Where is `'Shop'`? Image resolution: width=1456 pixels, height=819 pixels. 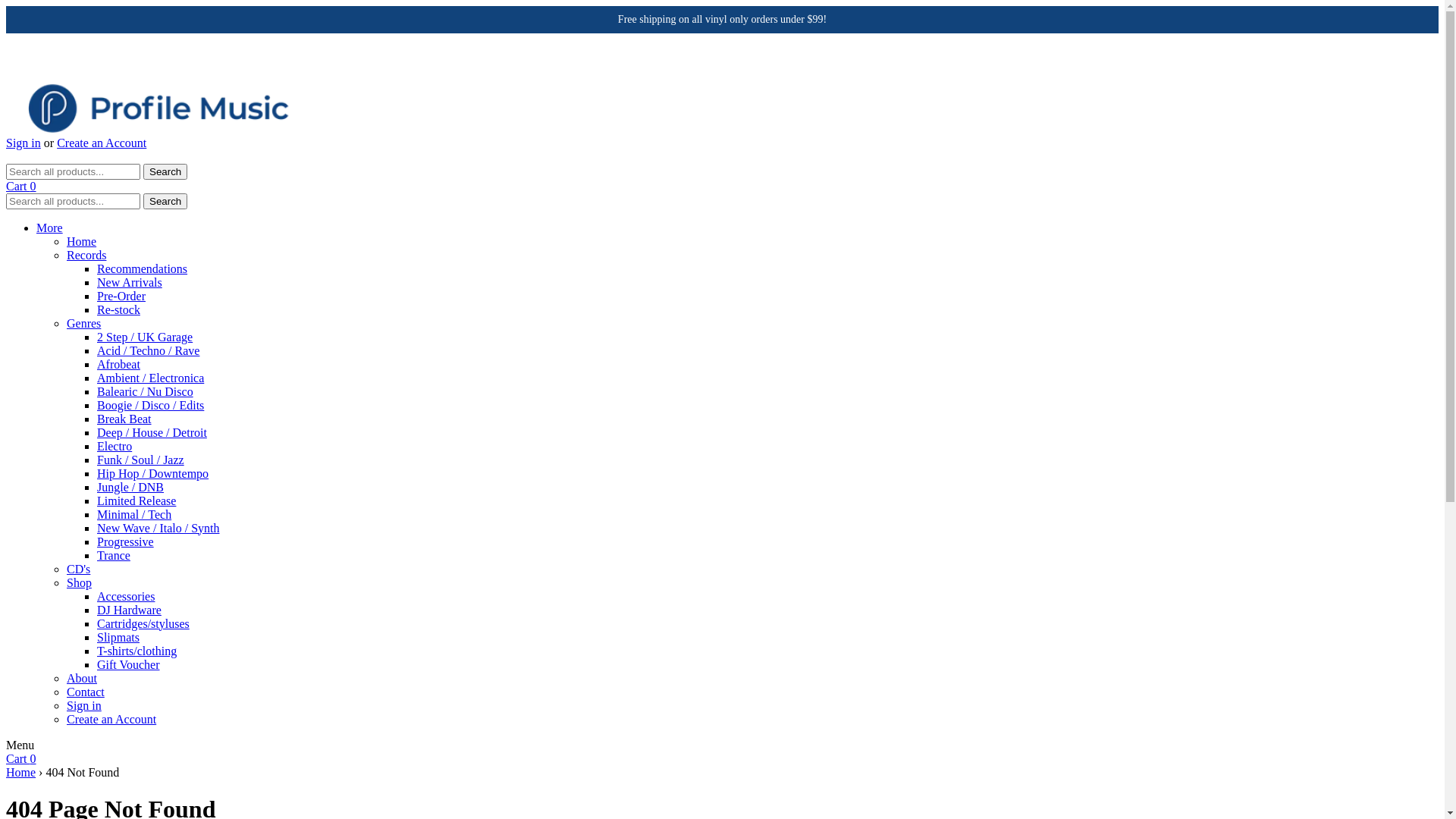
'Shop' is located at coordinates (78, 582).